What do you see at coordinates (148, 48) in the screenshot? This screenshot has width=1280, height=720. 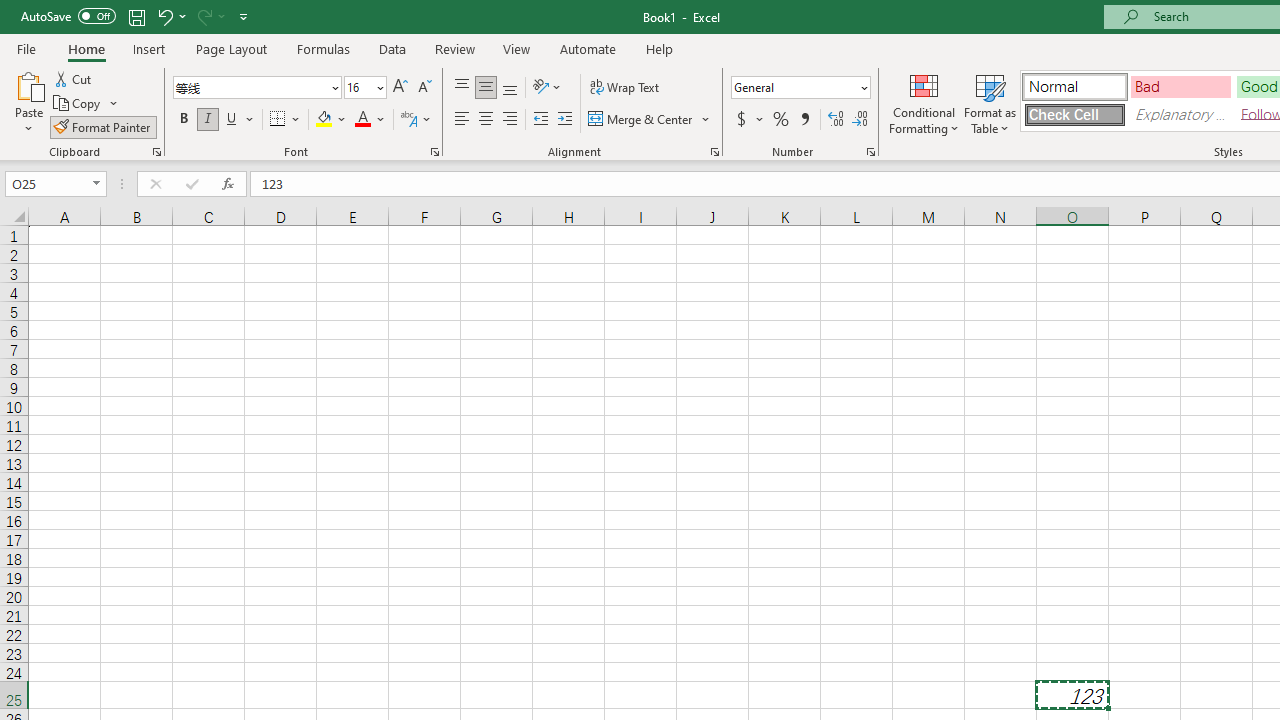 I see `'Insert'` at bounding box center [148, 48].